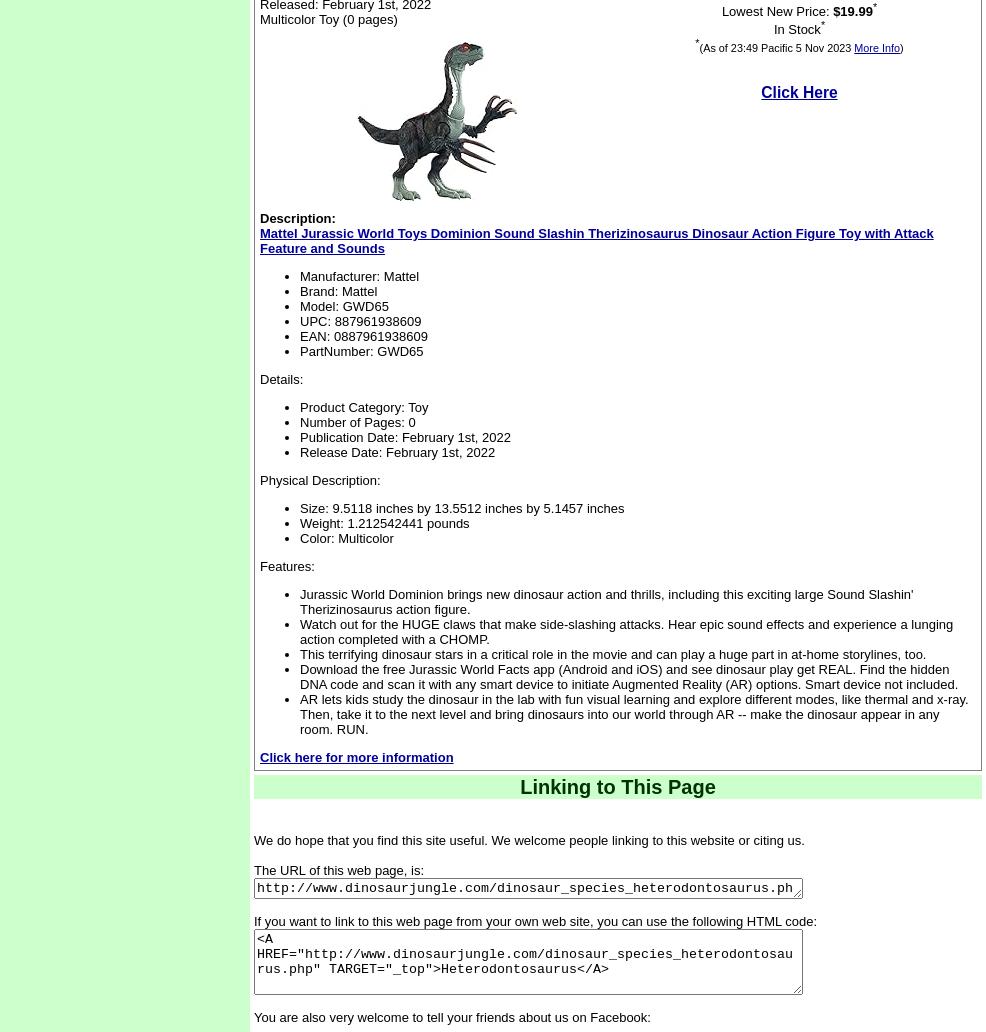 The height and width of the screenshot is (1032, 986). I want to click on 'Mattel Jurassic World Toys Dominion Sound Slashin Therizinosaurus Dinosaur Action Figure Toy with Attack Feature and Sounds', so click(596, 239).